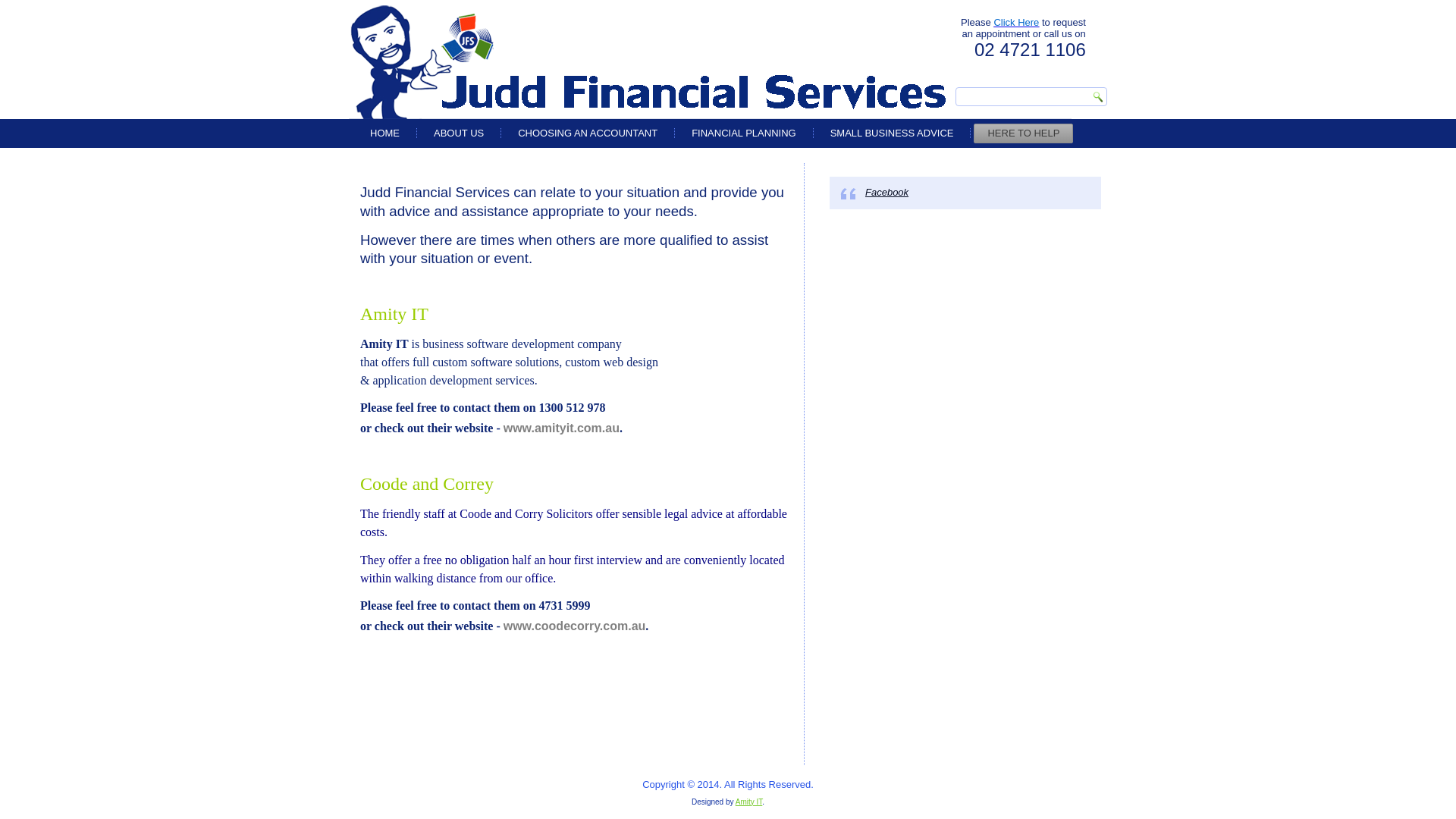  I want to click on 'Amity IT', so click(749, 801).